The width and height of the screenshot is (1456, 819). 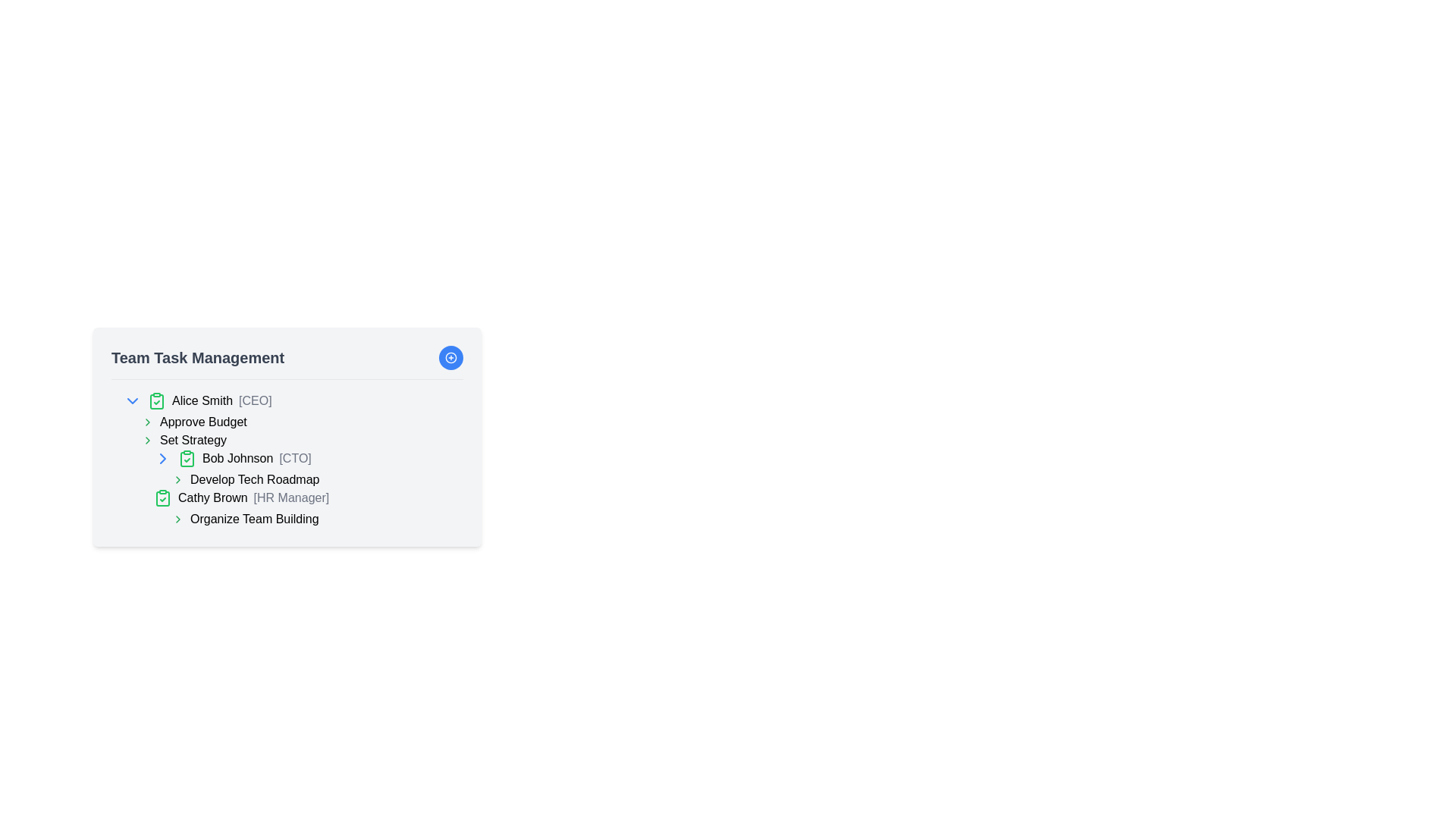 I want to click on the textual label for the individual under the HR Manager category, so click(x=308, y=509).